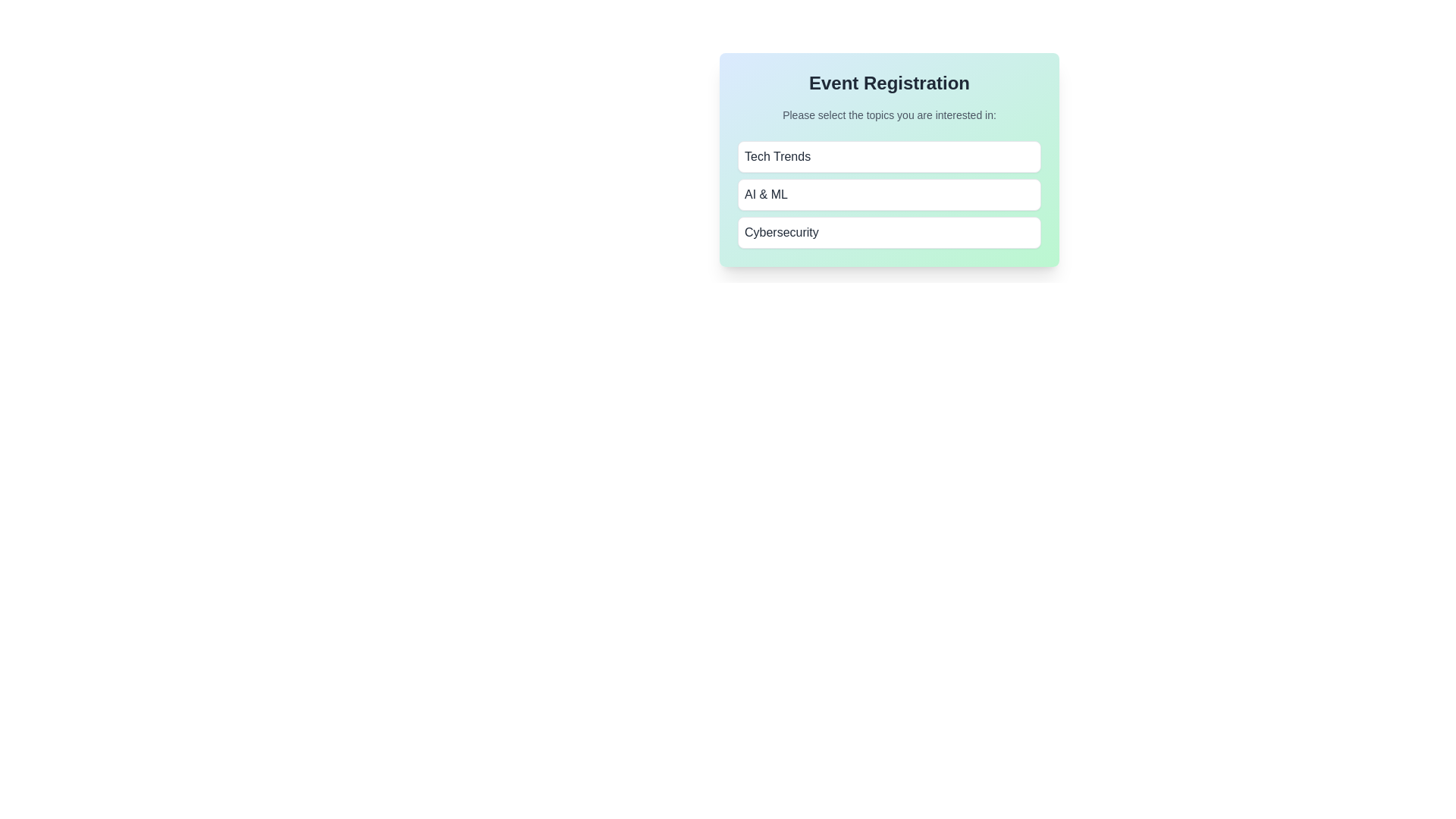 The width and height of the screenshot is (1456, 819). What do you see at coordinates (889, 157) in the screenshot?
I see `the button corresponding to the topic Tech Trends to toggle its selection` at bounding box center [889, 157].